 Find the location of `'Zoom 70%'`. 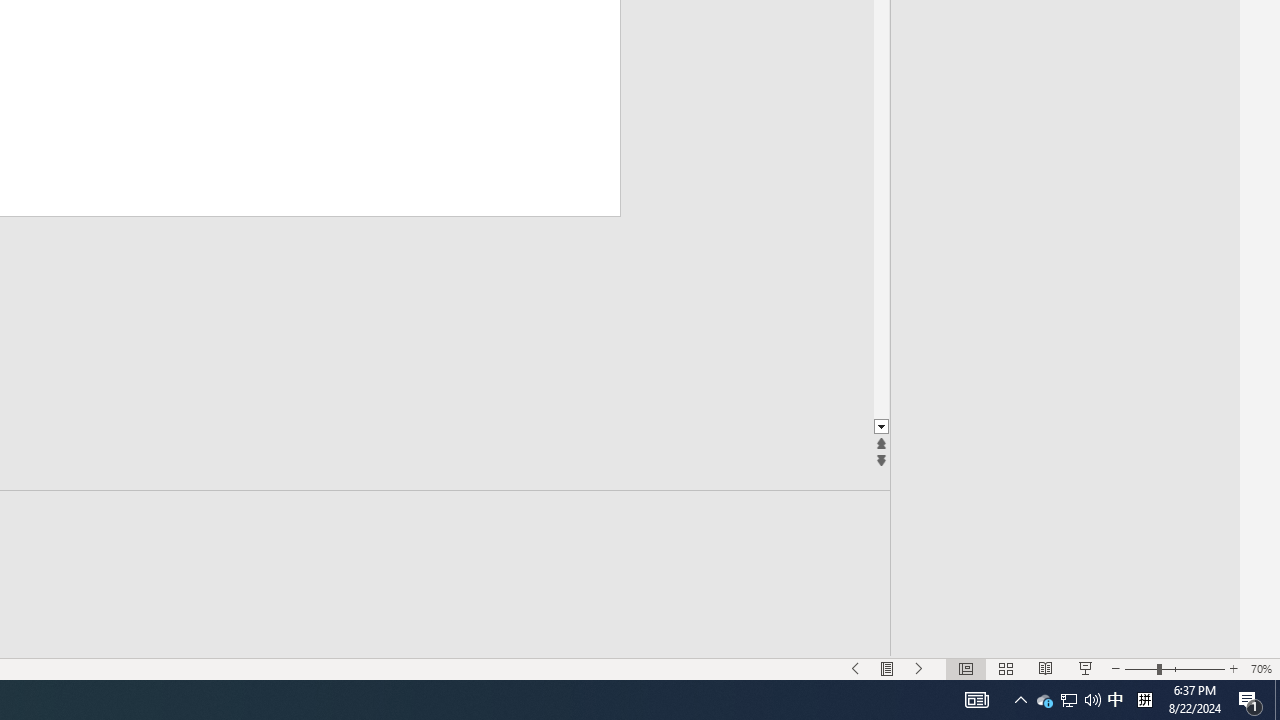

'Zoom 70%' is located at coordinates (1260, 669).